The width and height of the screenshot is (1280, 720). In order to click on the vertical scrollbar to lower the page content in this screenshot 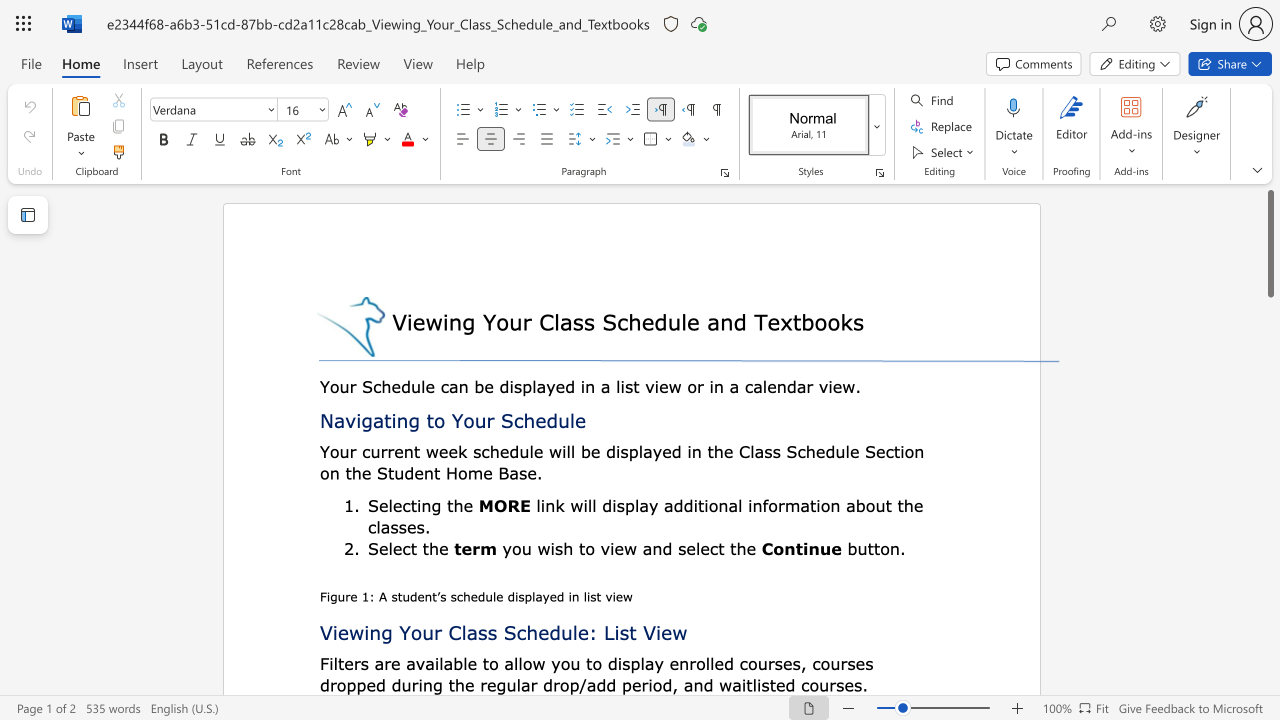, I will do `click(1269, 498)`.